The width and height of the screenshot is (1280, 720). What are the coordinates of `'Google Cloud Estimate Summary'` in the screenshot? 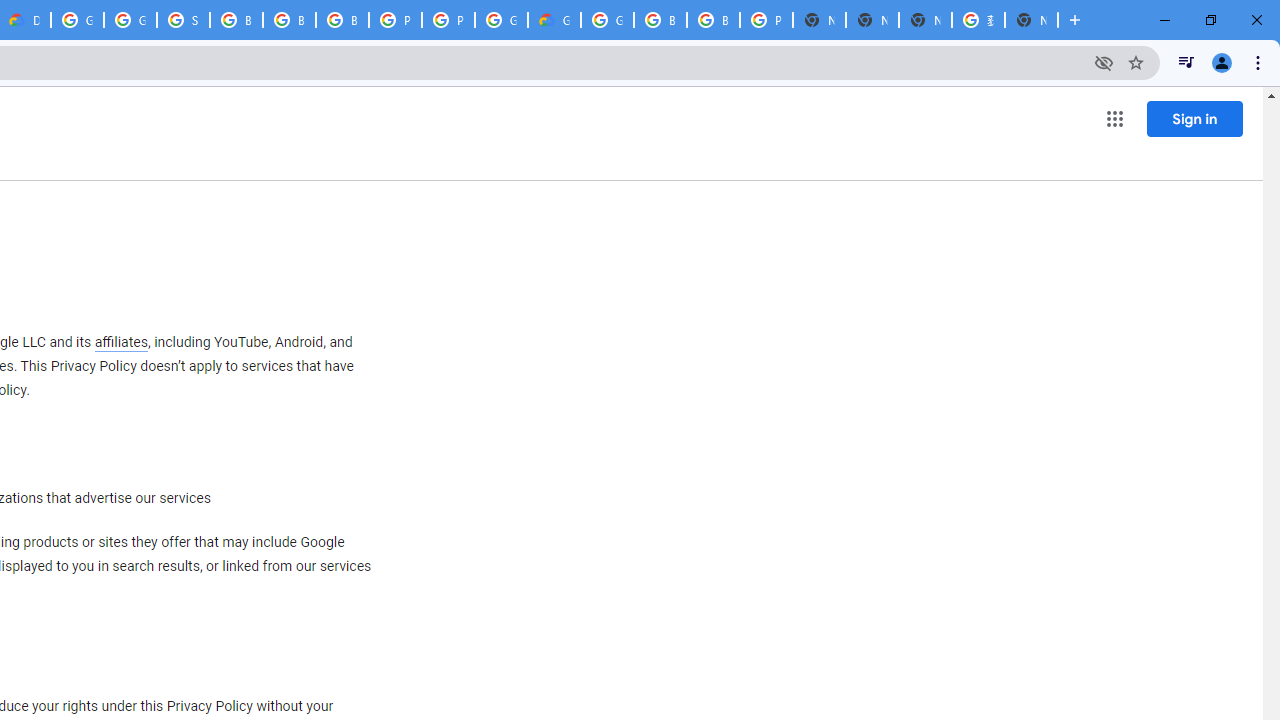 It's located at (554, 20).